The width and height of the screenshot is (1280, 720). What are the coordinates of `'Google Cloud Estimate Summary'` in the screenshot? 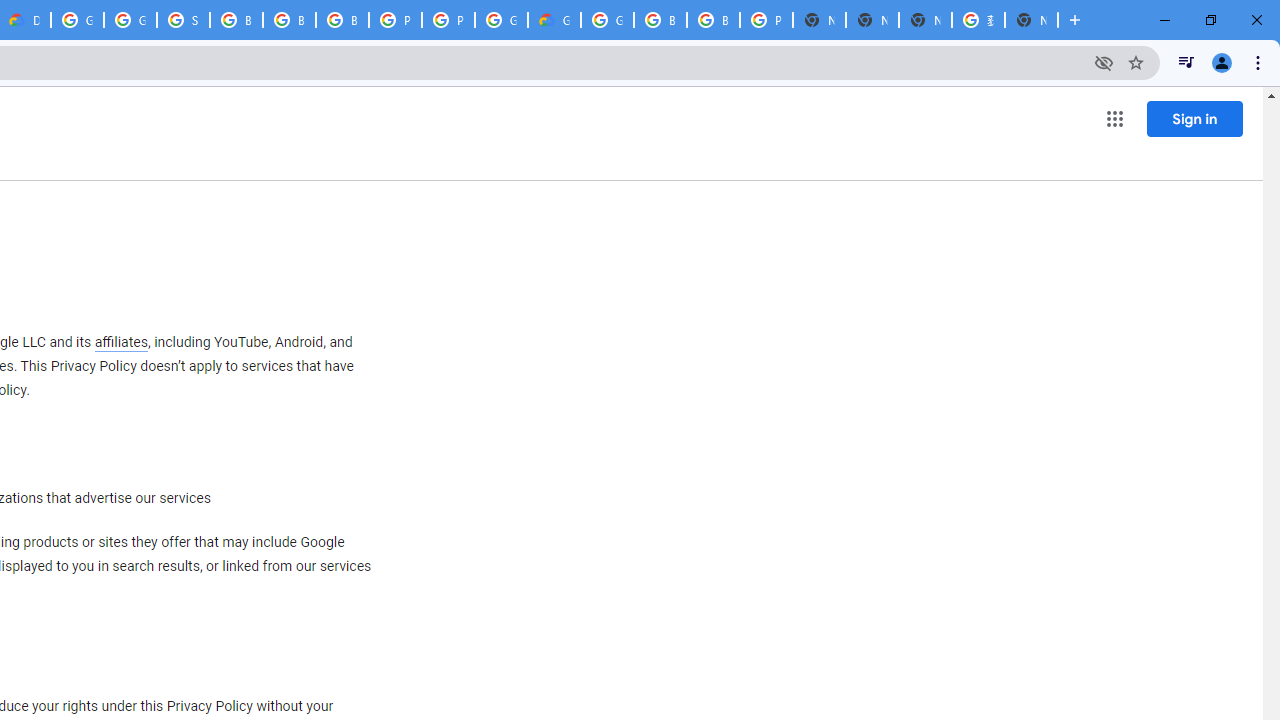 It's located at (554, 20).